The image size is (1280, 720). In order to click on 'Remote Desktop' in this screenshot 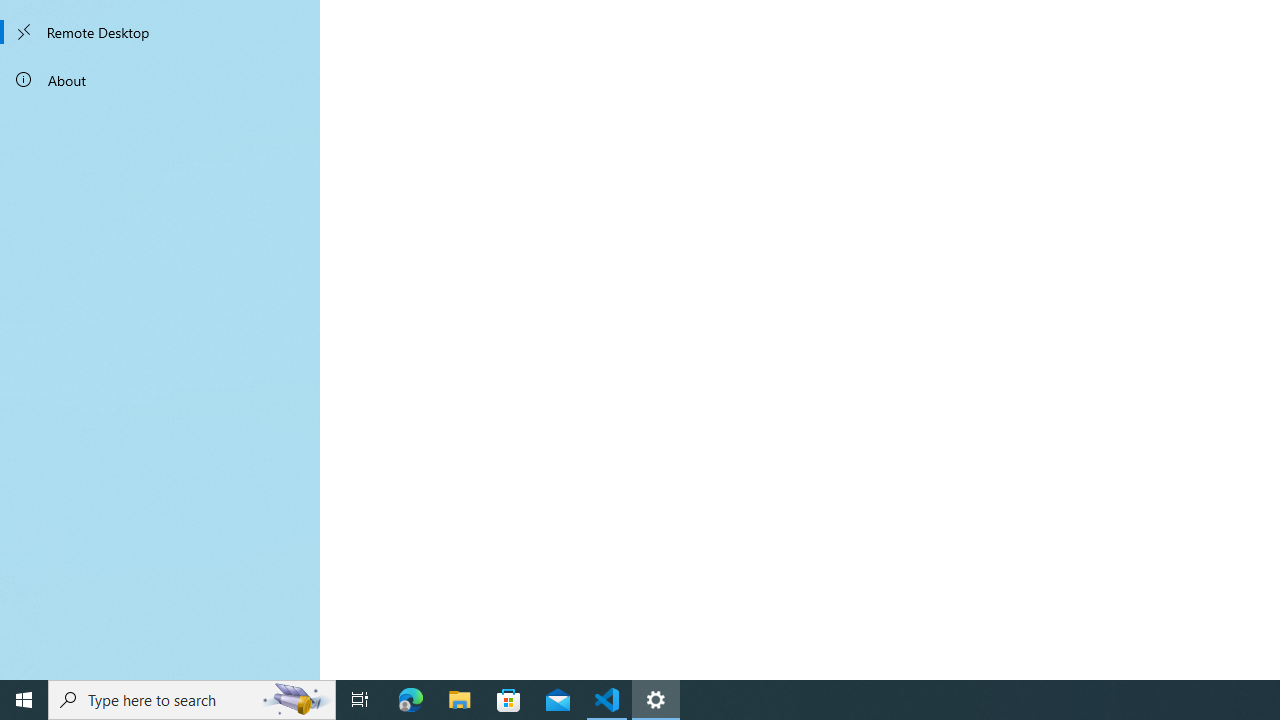, I will do `click(160, 32)`.